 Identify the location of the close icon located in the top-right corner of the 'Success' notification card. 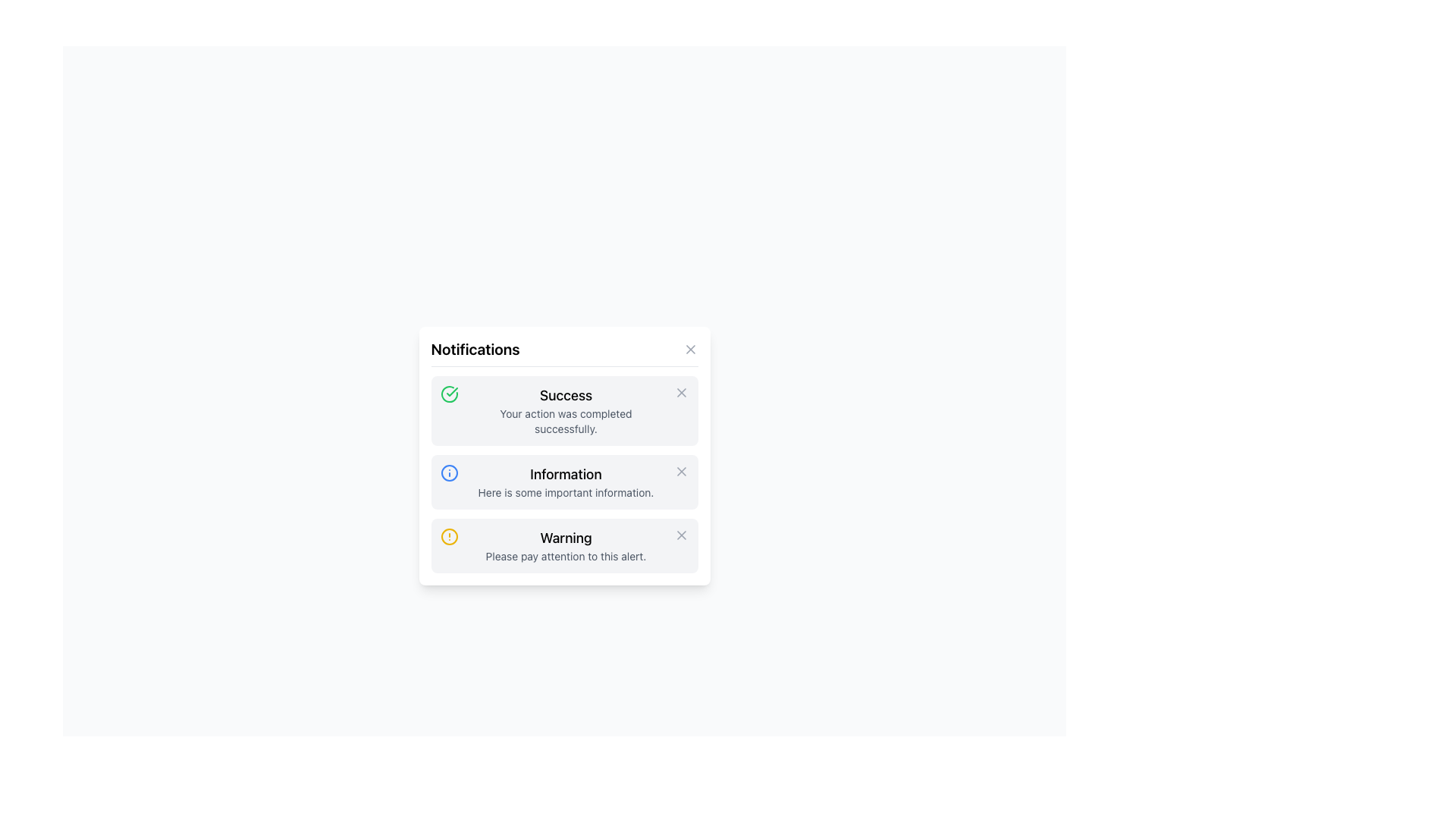
(680, 391).